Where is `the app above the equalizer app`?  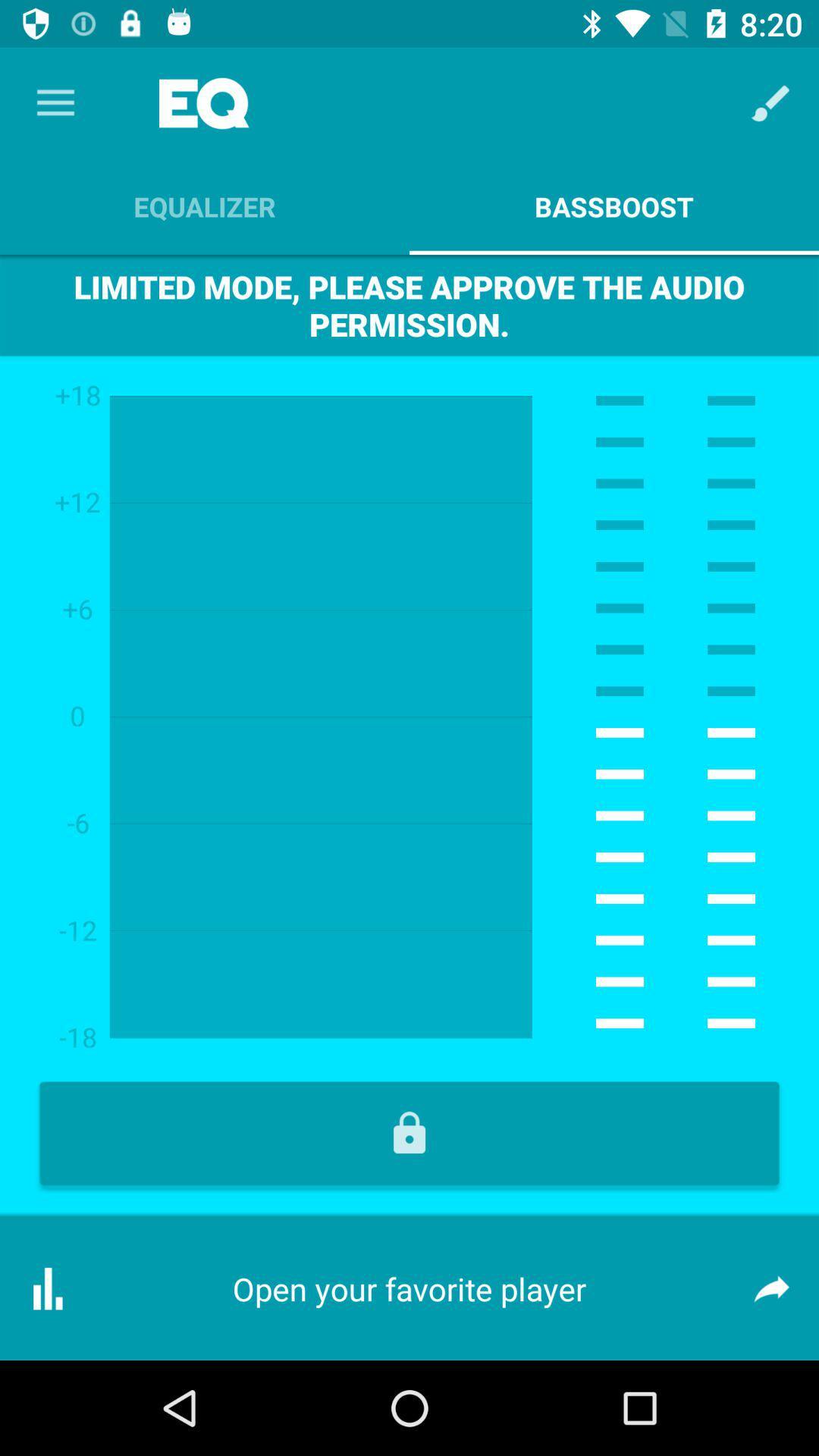 the app above the equalizer app is located at coordinates (55, 102).